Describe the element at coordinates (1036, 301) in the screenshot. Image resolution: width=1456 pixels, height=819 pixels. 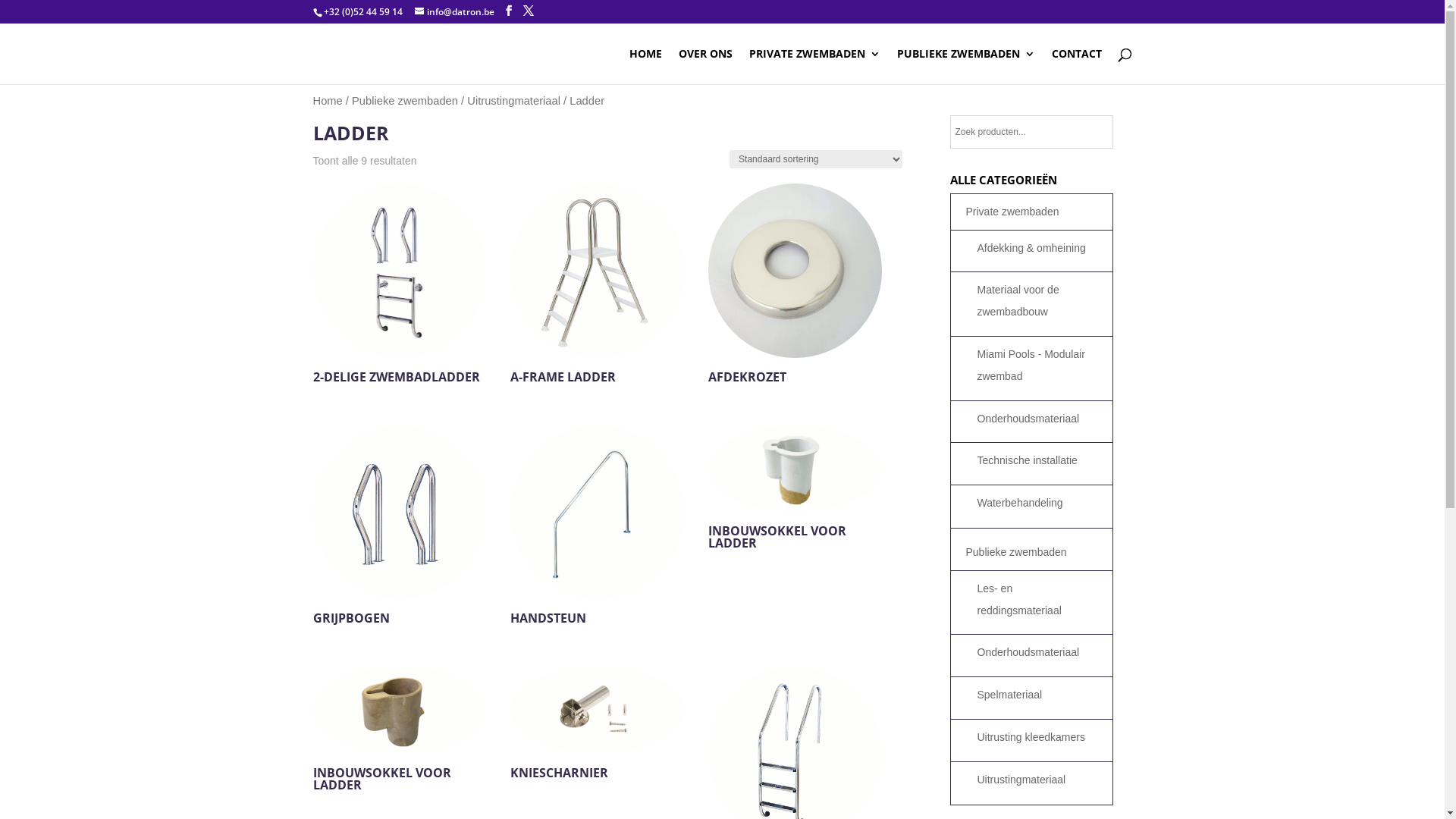
I see `'Materiaal voor de zwembadbouw'` at that location.